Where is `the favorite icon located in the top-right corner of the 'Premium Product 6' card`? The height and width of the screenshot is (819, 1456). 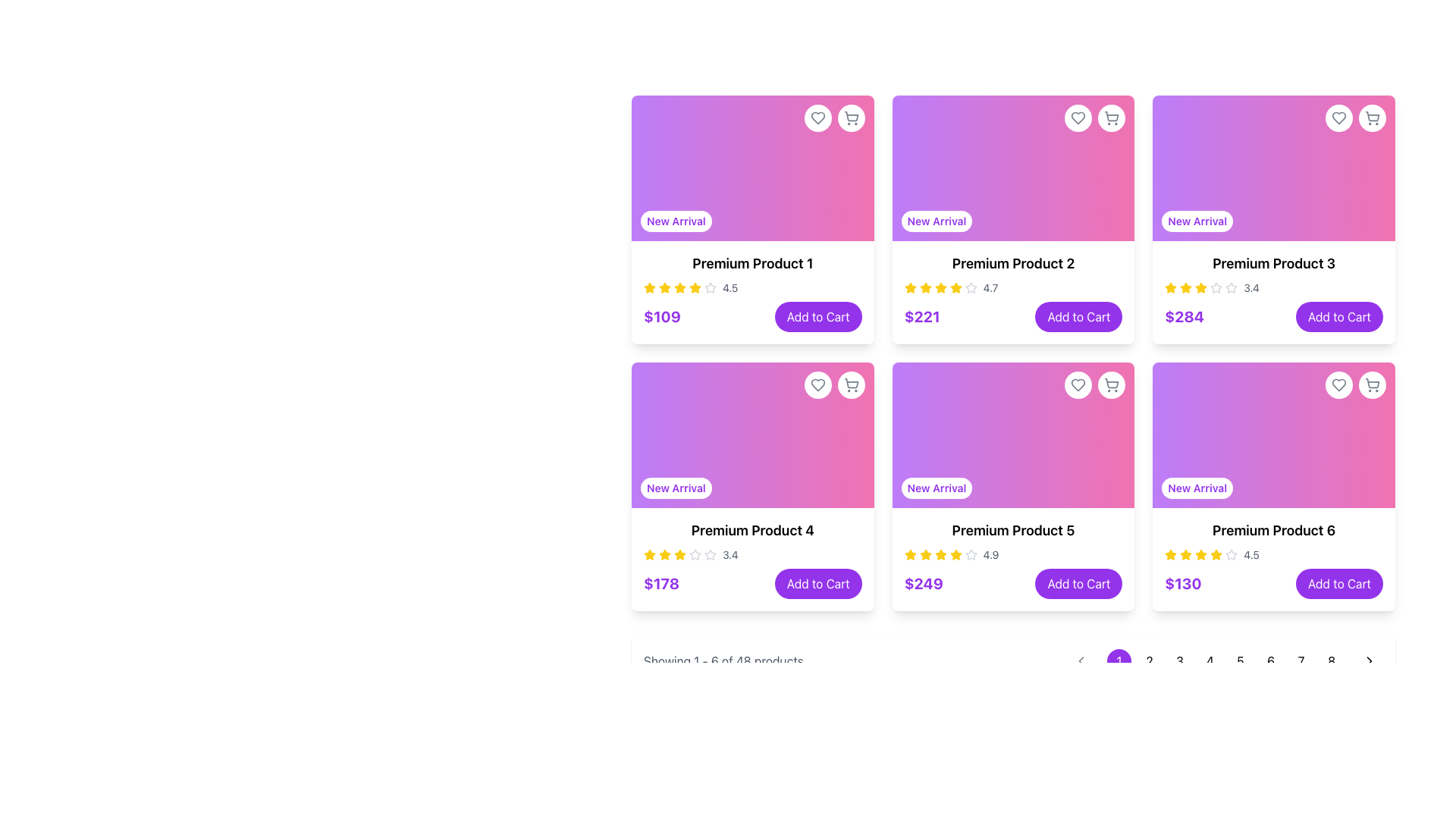
the favorite icon located in the top-right corner of the 'Premium Product 6' card is located at coordinates (1339, 384).